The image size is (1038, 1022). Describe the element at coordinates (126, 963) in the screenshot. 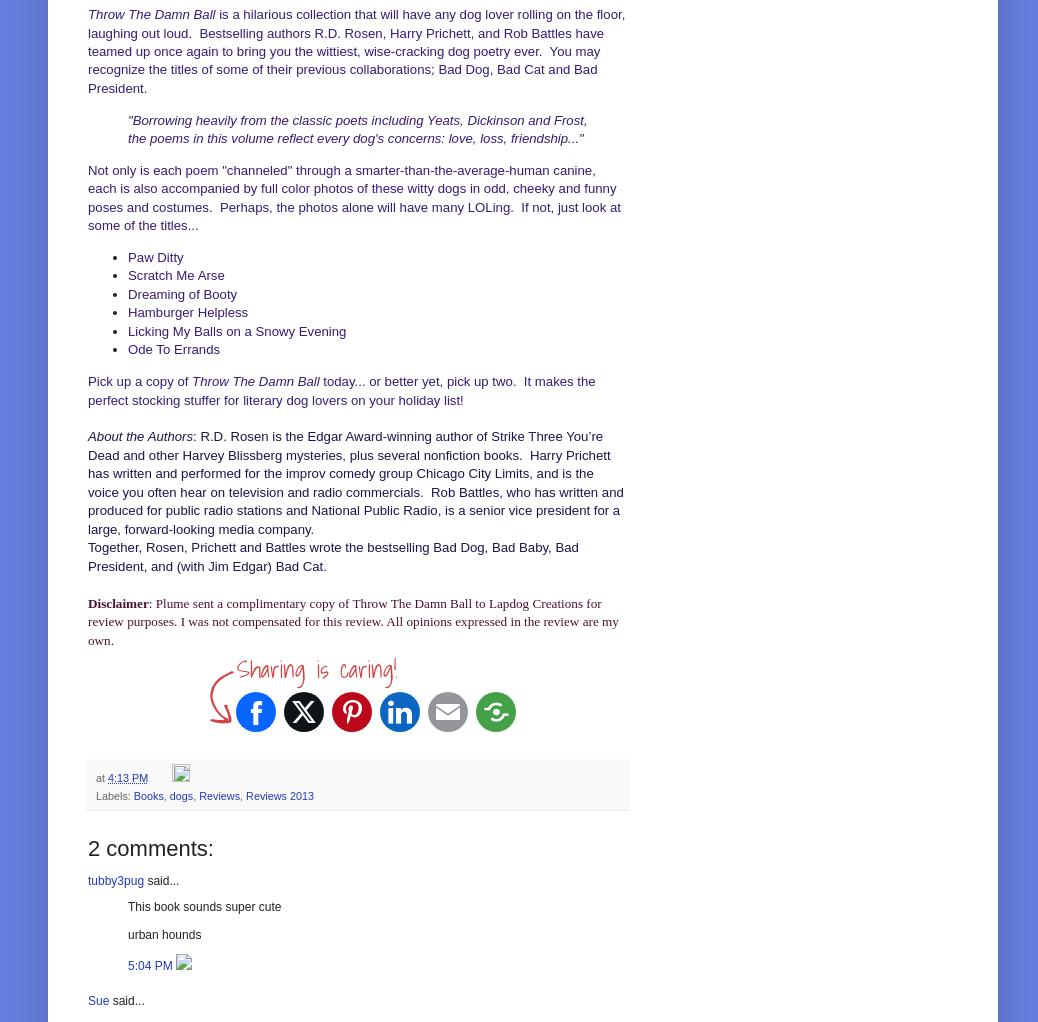

I see `'5:04 PM'` at that location.